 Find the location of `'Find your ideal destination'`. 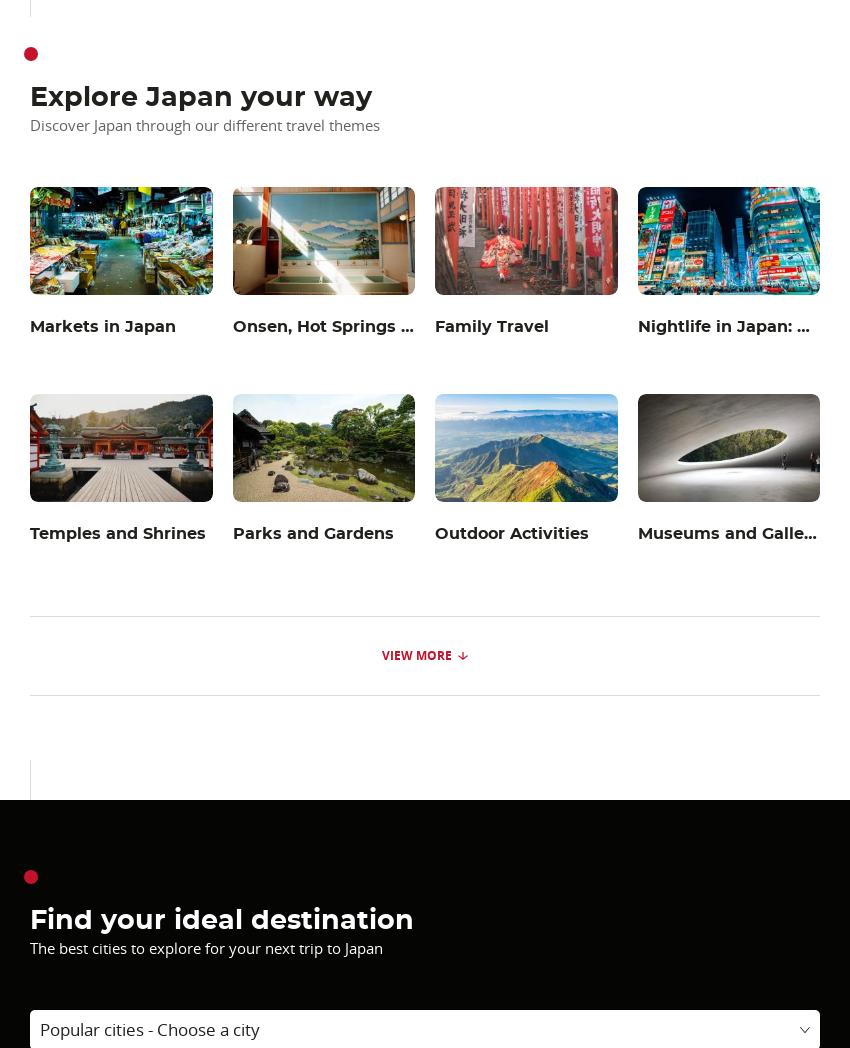

'Find your ideal destination' is located at coordinates (29, 920).